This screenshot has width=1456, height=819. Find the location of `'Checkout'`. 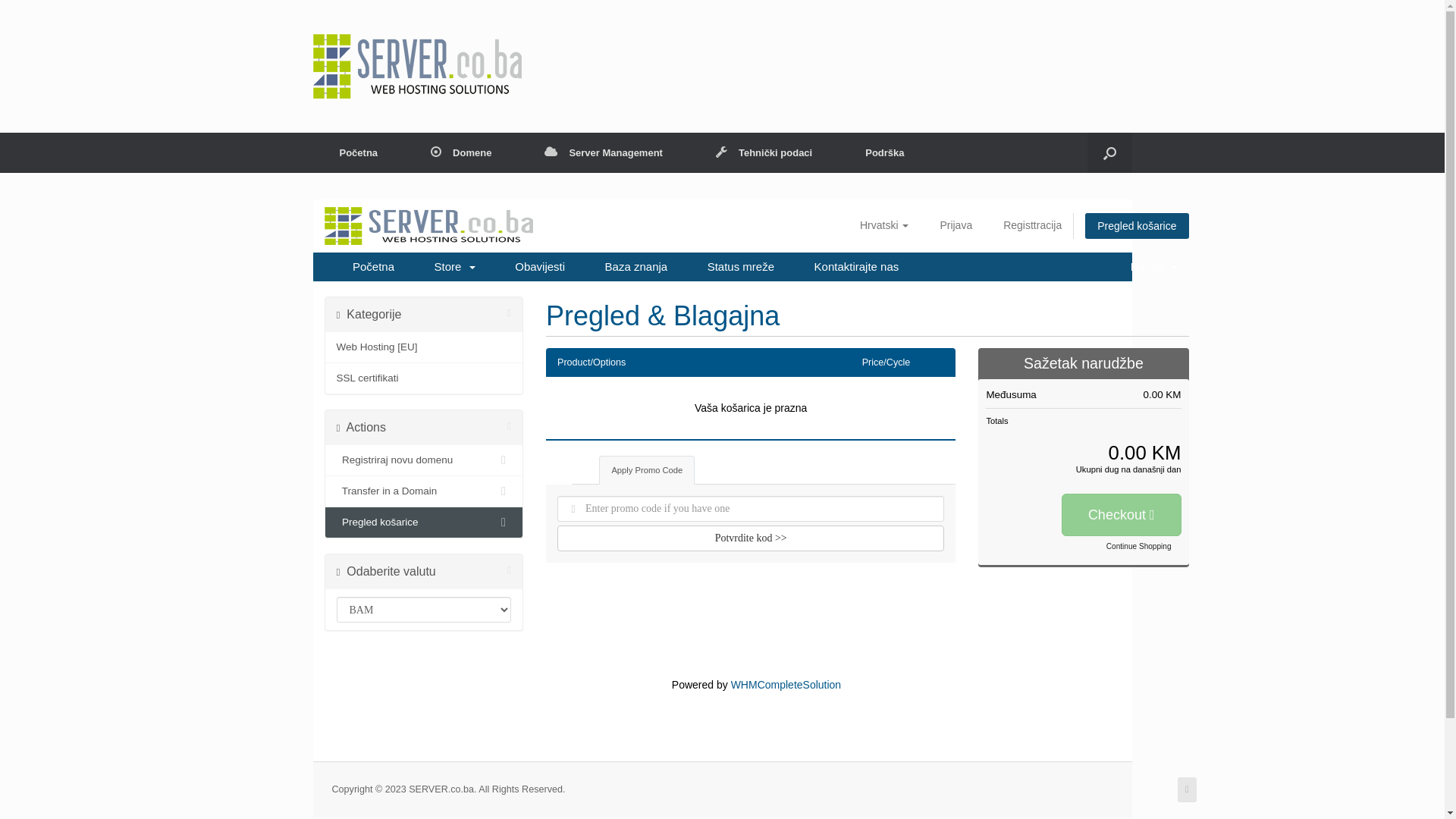

'Checkout' is located at coordinates (1121, 513).